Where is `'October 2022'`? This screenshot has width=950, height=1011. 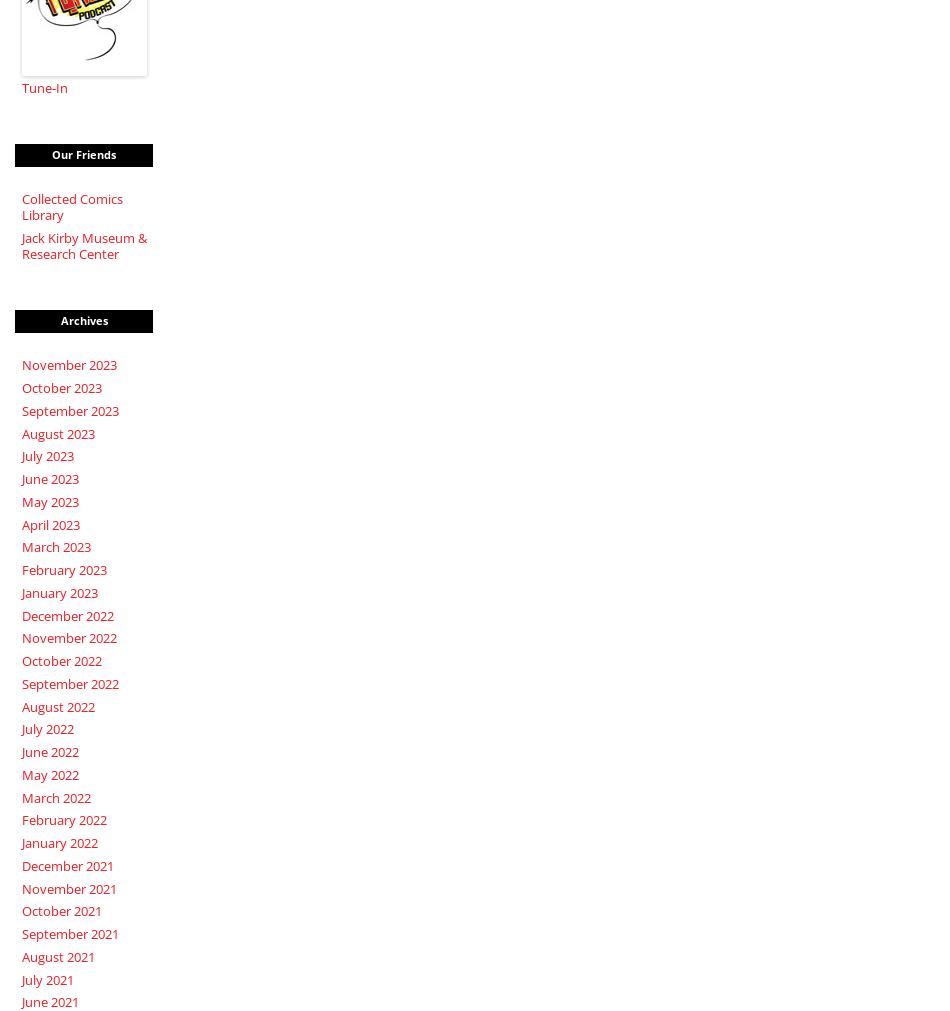 'October 2022' is located at coordinates (60, 660).